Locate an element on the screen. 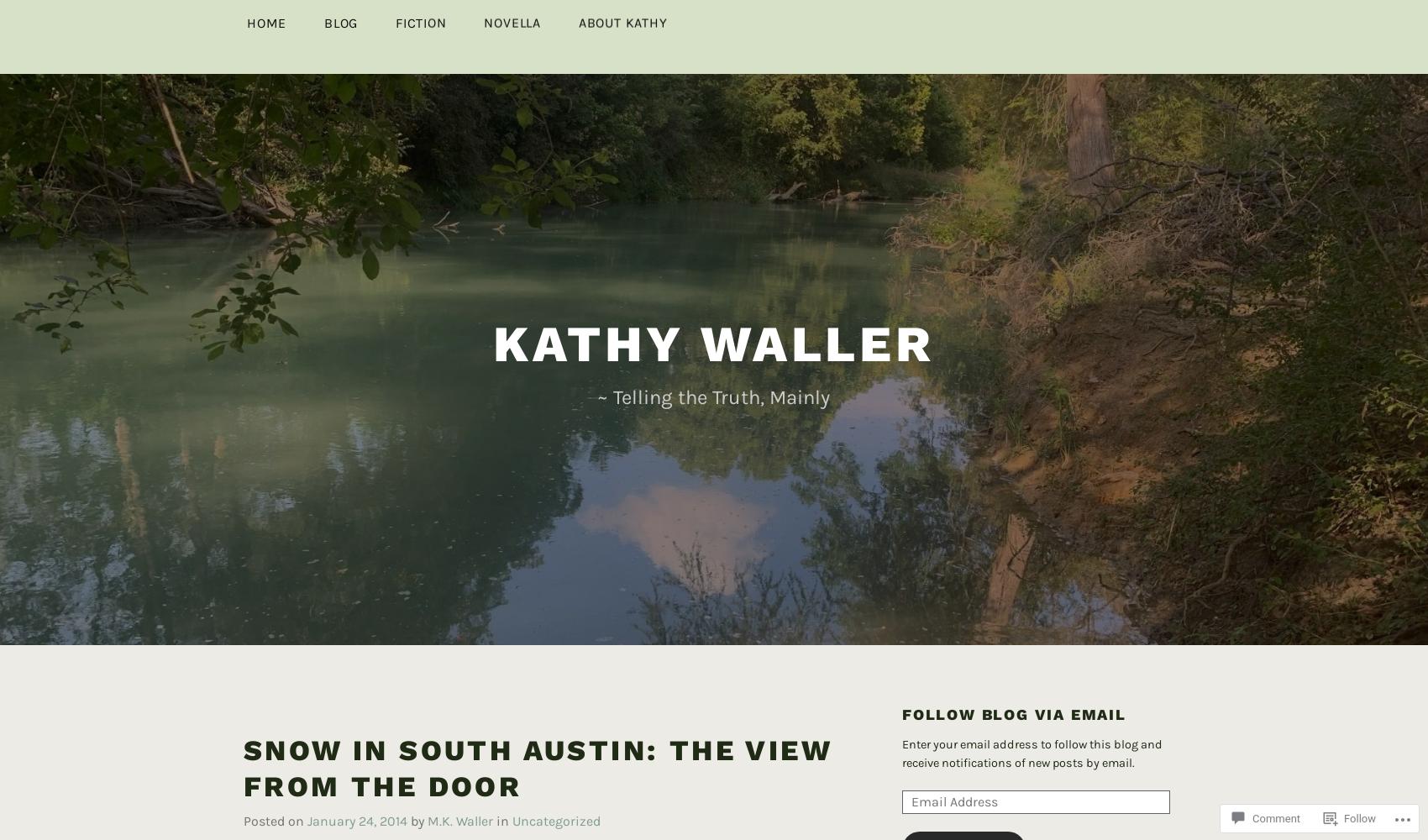  'M.K. Waller' is located at coordinates (427, 792).